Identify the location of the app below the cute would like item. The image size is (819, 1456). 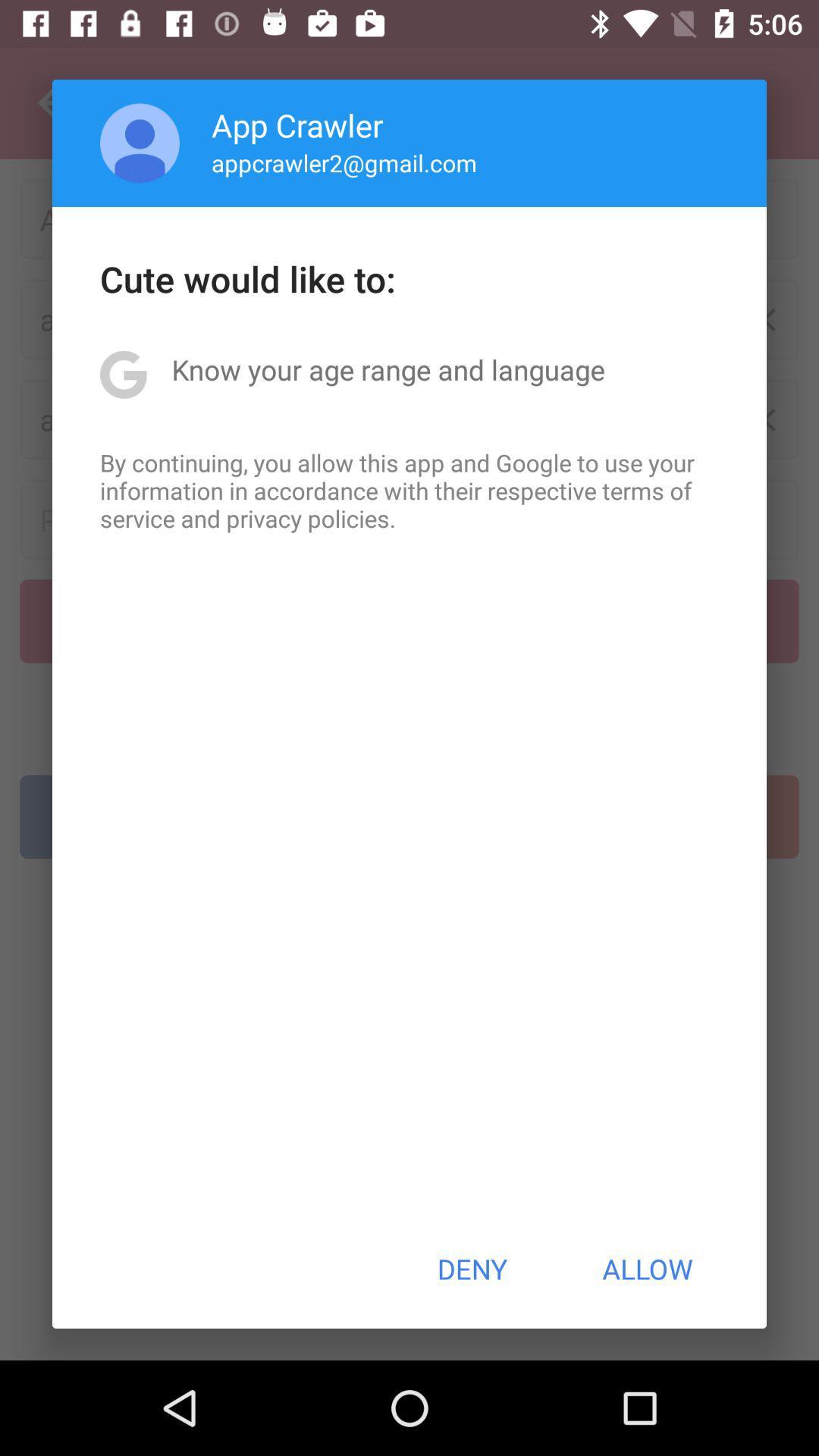
(388, 369).